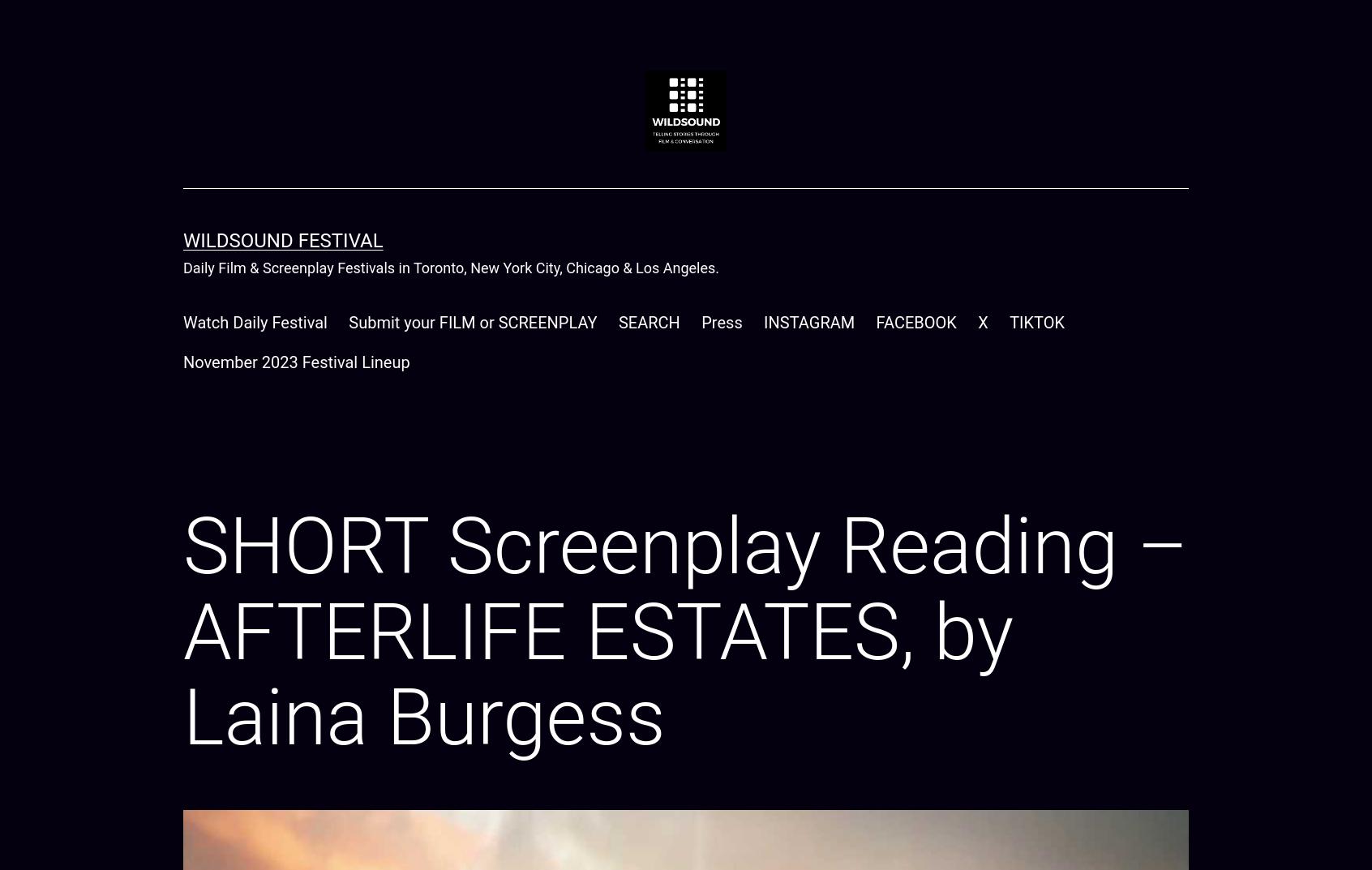 This screenshot has height=870, width=1372. Describe the element at coordinates (1035, 321) in the screenshot. I see `'TIKTOK'` at that location.